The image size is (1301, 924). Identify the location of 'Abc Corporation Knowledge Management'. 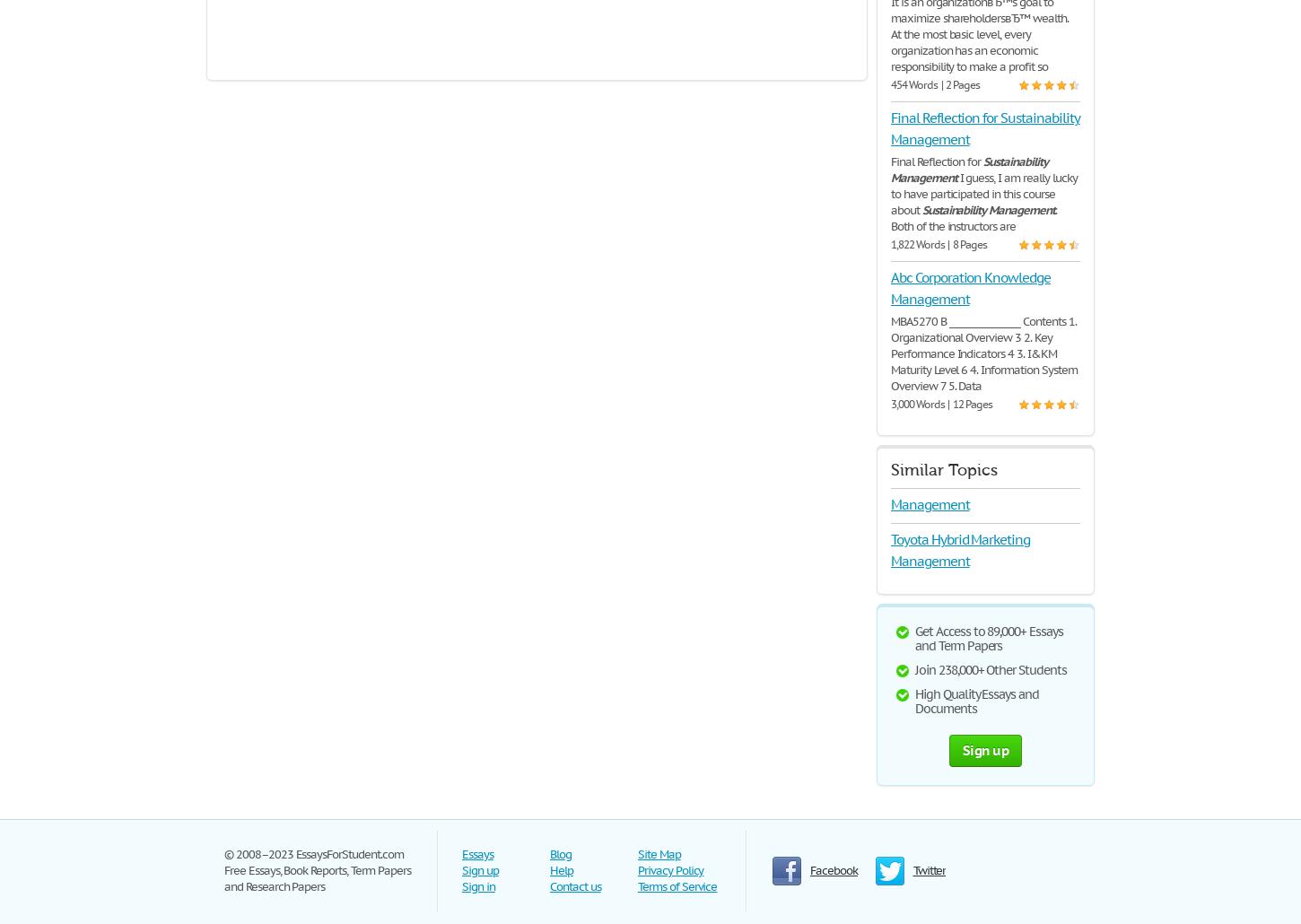
(890, 287).